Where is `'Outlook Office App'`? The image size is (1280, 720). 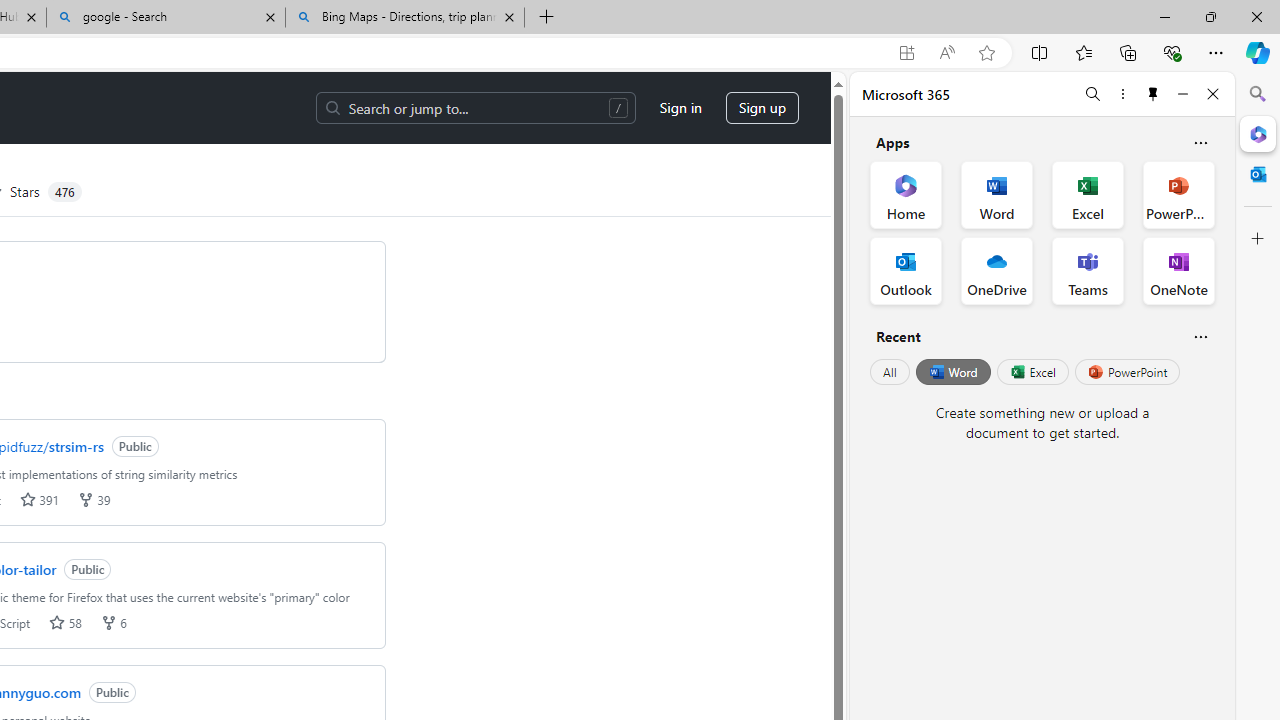
'Outlook Office App' is located at coordinates (905, 271).